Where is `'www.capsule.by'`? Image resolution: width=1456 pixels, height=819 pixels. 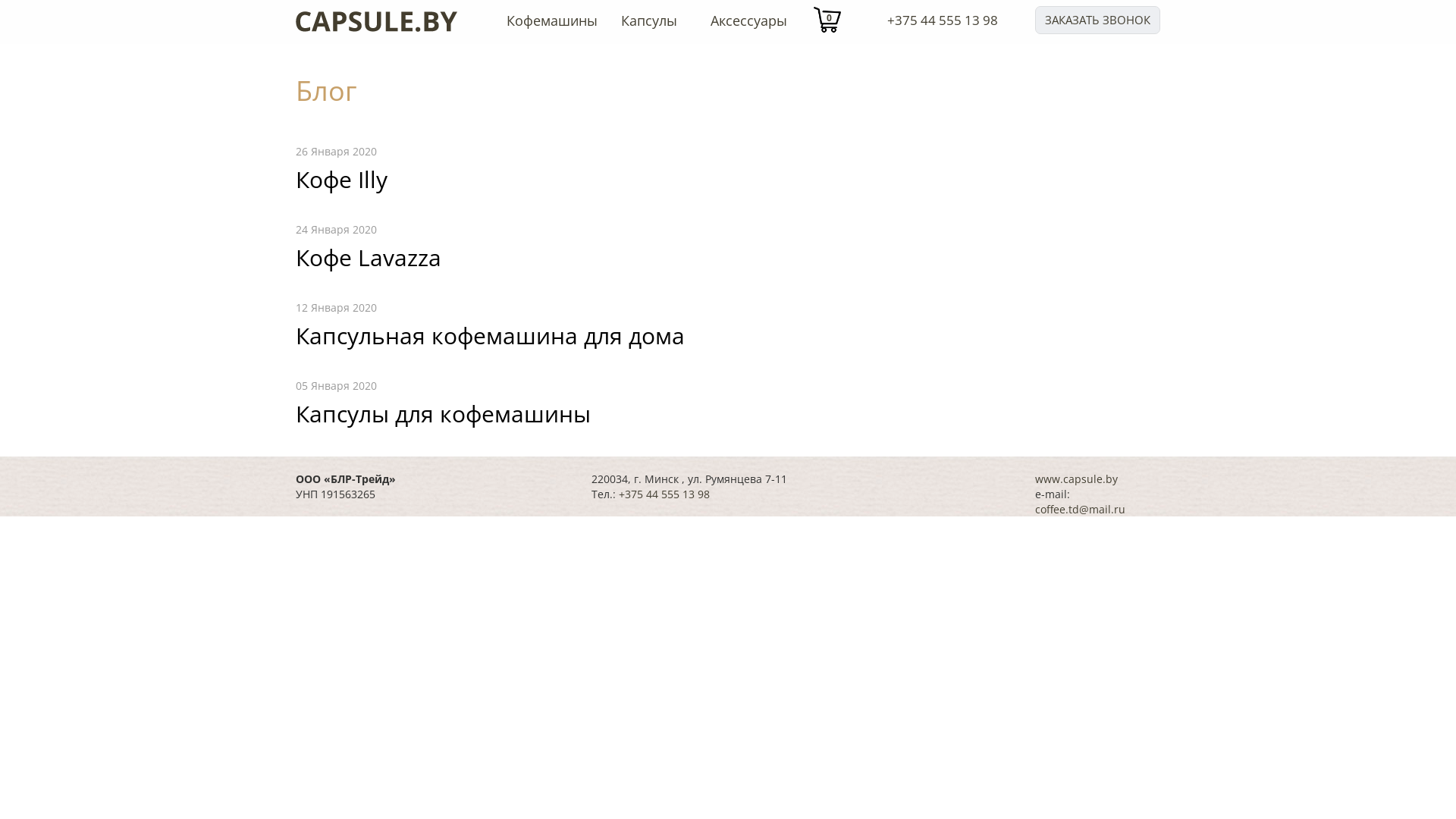
'www.capsule.by' is located at coordinates (1075, 479).